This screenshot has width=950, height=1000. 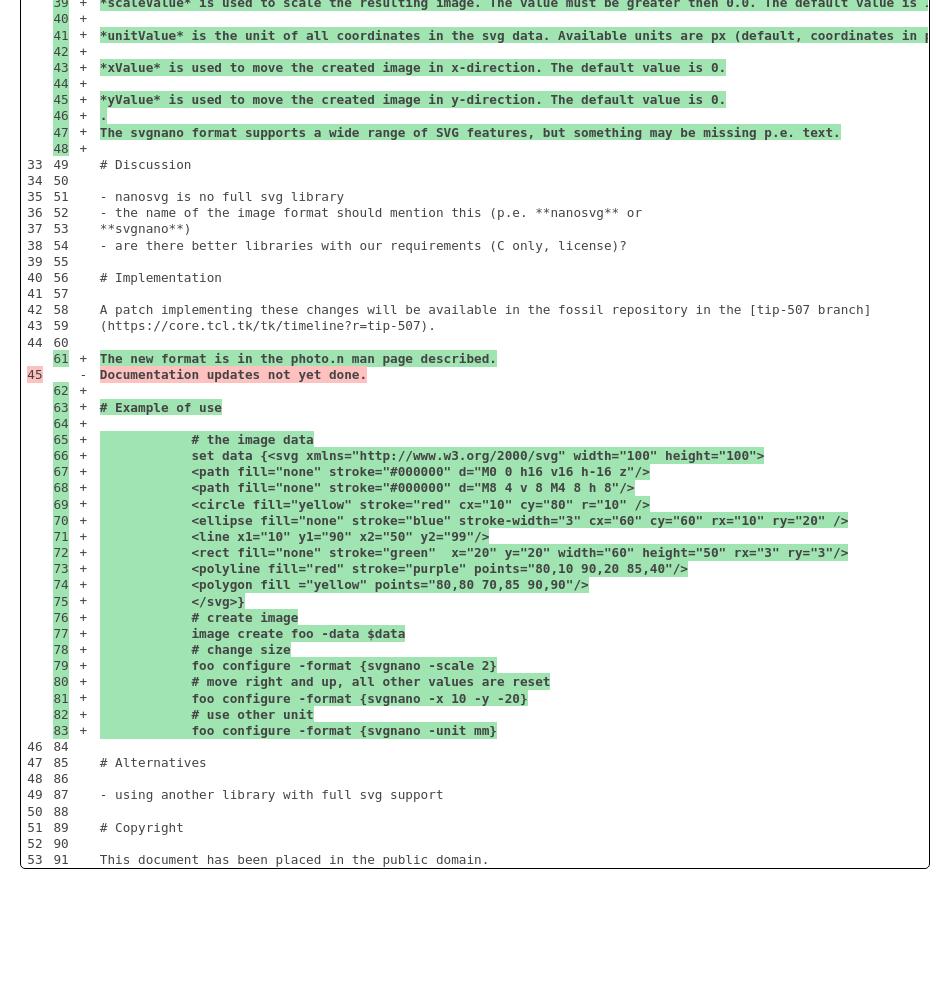 What do you see at coordinates (365, 486) in the screenshot?
I see `'<path fill="none" stroke="#000000" d="M8 4 v 8 M4 8 h 8"/>'` at bounding box center [365, 486].